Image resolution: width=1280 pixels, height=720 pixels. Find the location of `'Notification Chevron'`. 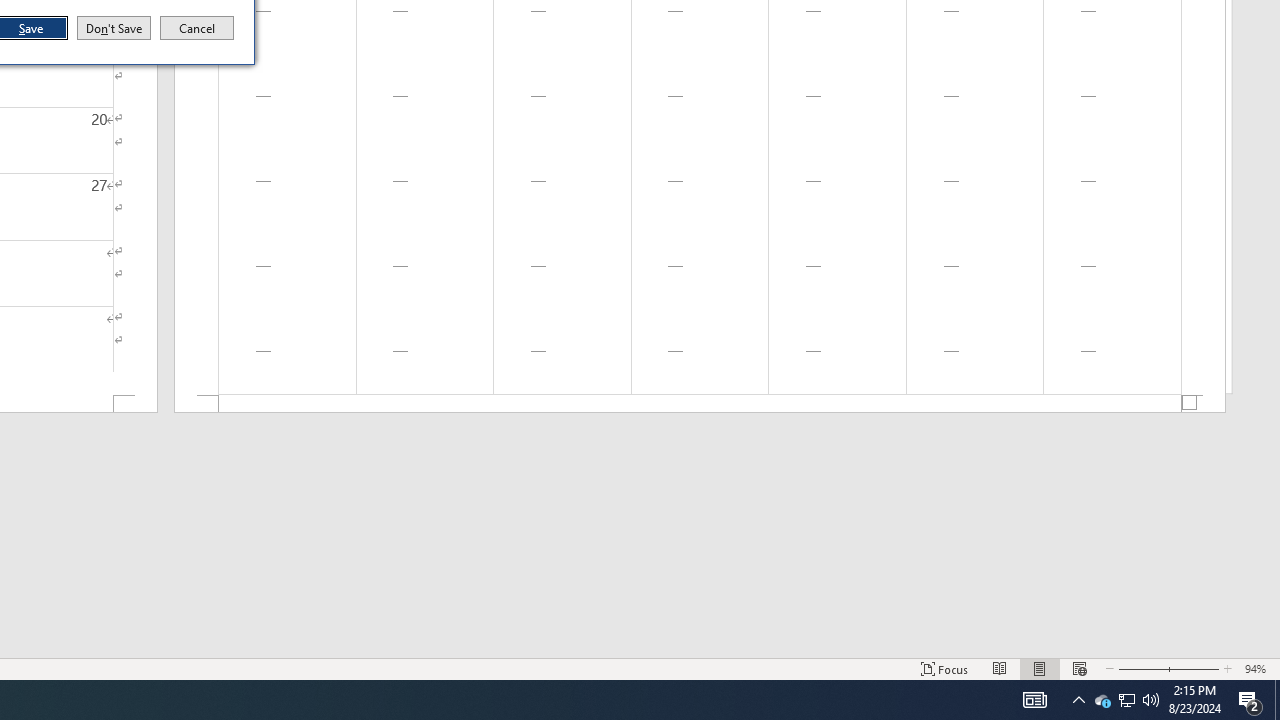

'Notification Chevron' is located at coordinates (1078, 698).